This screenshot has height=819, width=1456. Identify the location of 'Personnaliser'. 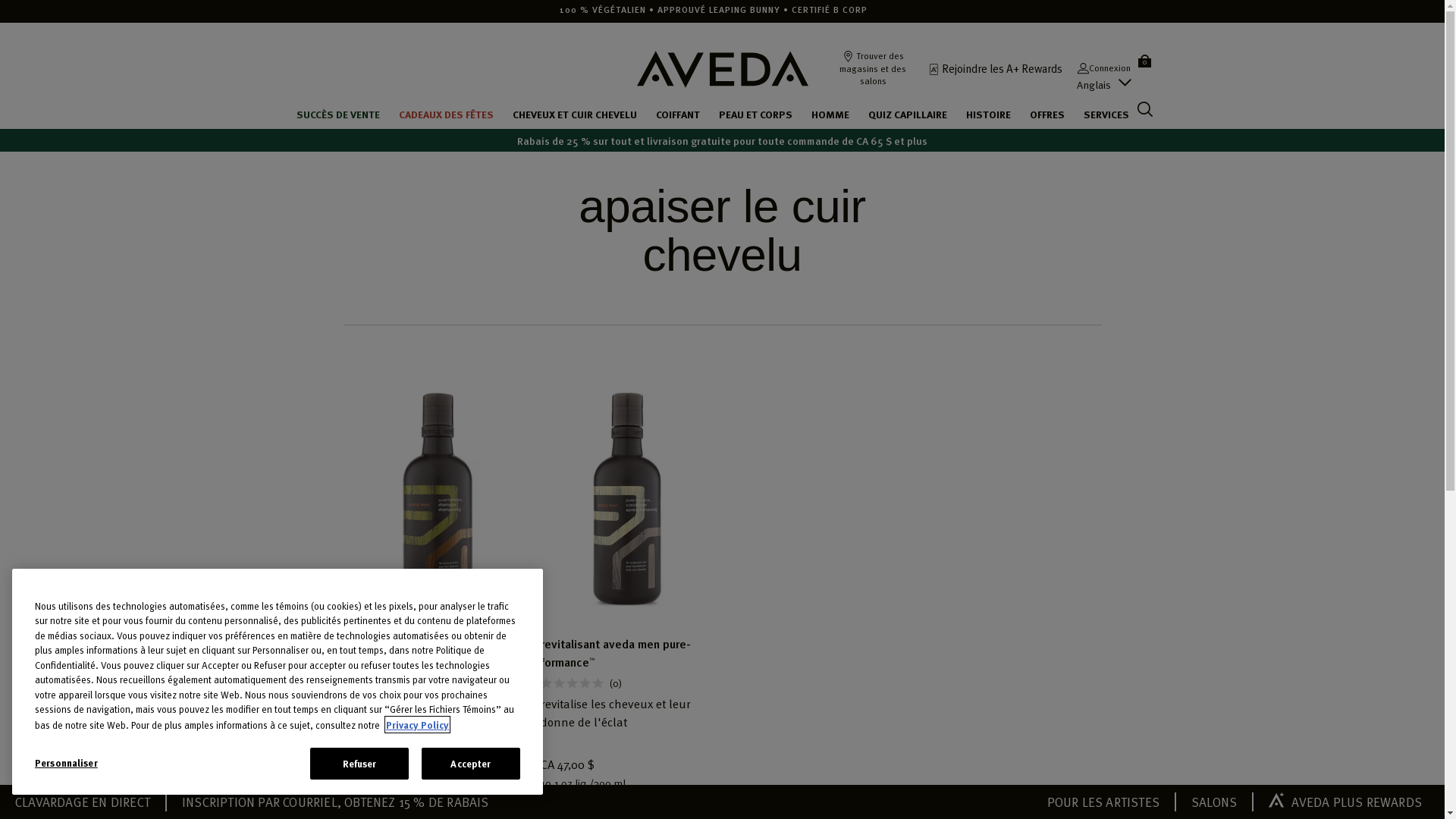
(100, 763).